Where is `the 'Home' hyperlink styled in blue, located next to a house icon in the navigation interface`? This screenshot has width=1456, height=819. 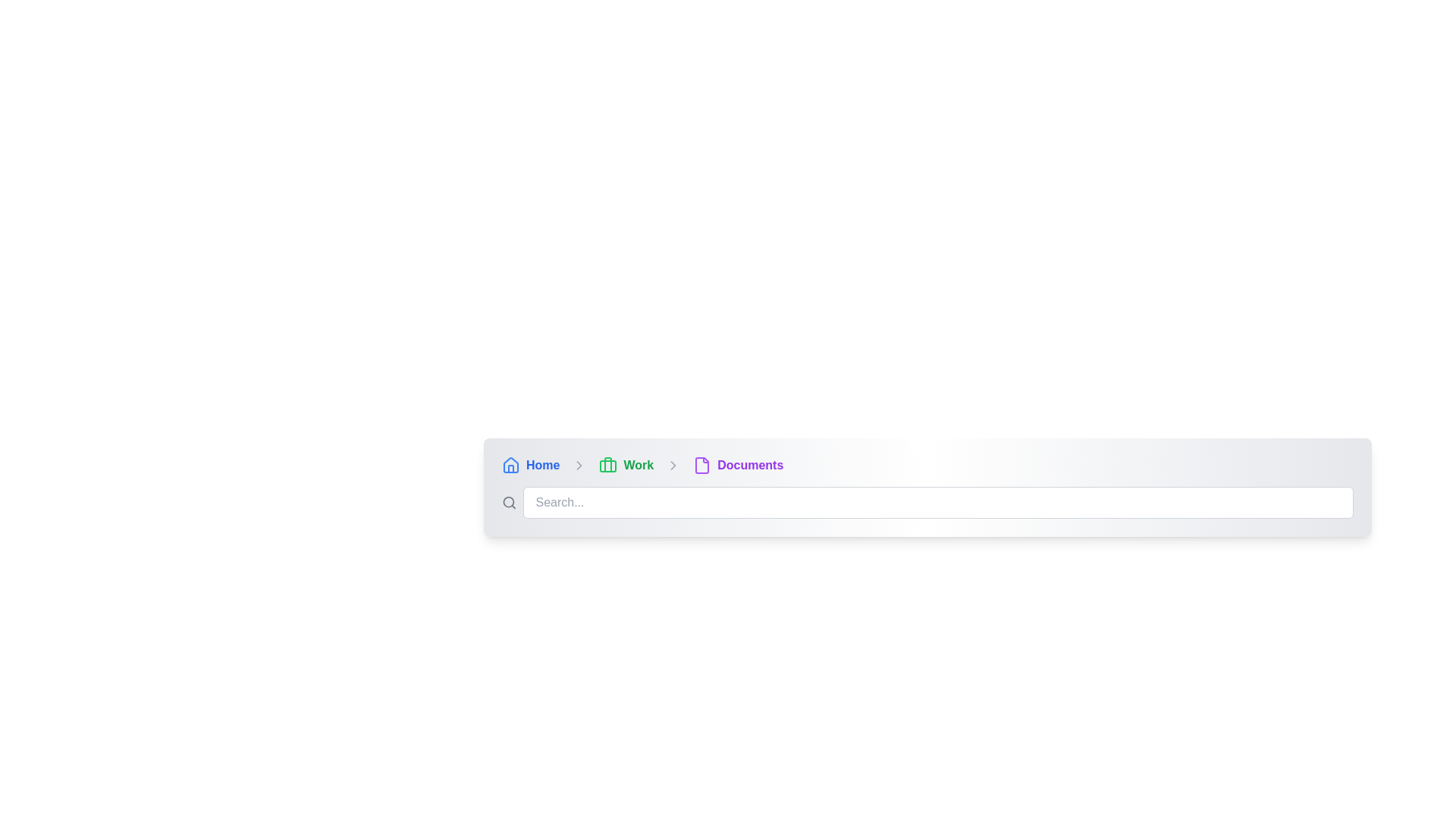 the 'Home' hyperlink styled in blue, located next to a house icon in the navigation interface is located at coordinates (543, 464).